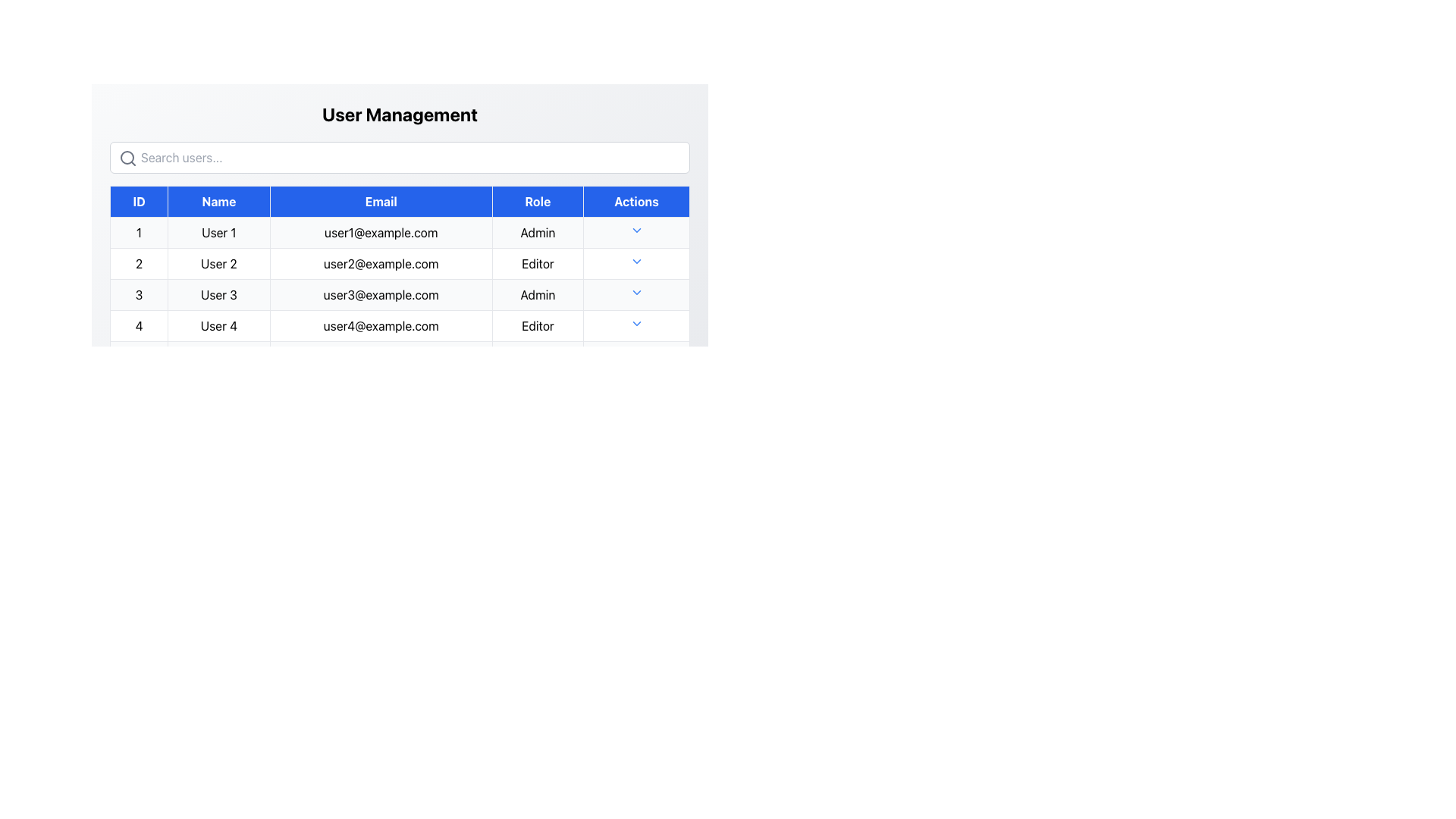  I want to click on the ID number cell of the second user in the user management table, located in the leftmost cell of the second row under the 'ID' column, so click(139, 262).